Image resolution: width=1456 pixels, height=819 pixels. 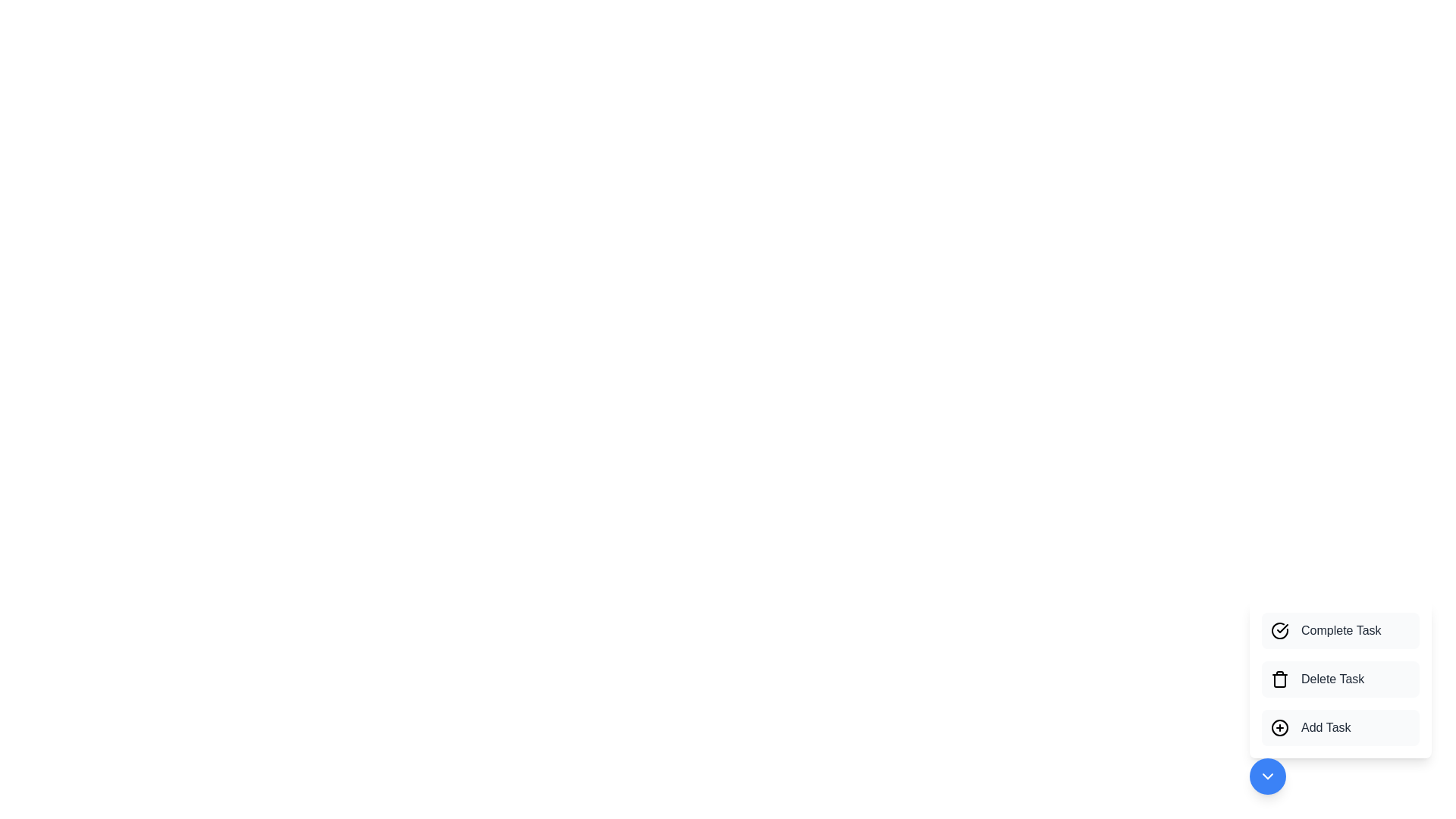 I want to click on 'Complete Task' button to mark a task as completed, so click(x=1340, y=631).